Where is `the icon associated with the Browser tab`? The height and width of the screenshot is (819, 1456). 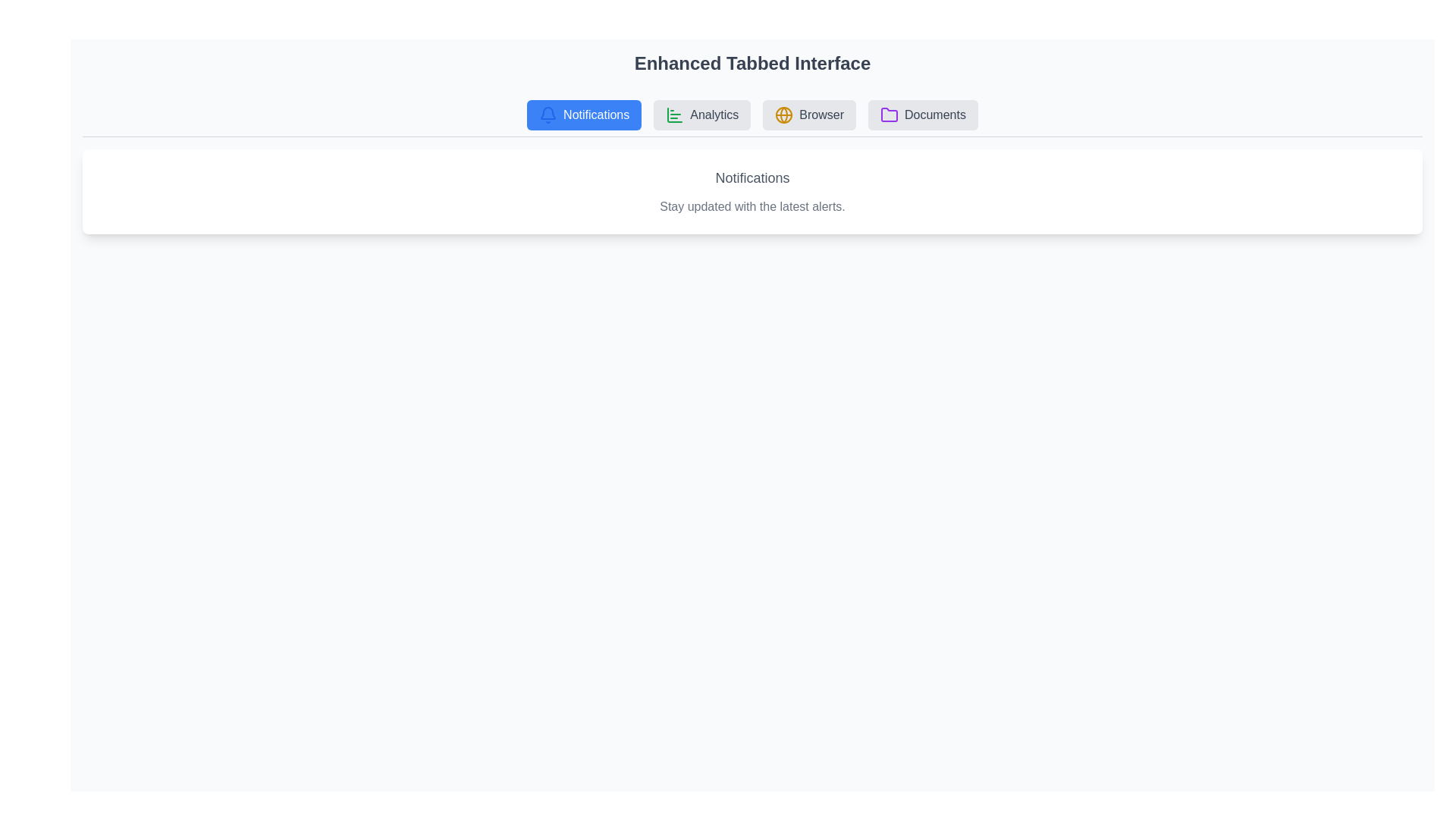
the icon associated with the Browser tab is located at coordinates (783, 114).